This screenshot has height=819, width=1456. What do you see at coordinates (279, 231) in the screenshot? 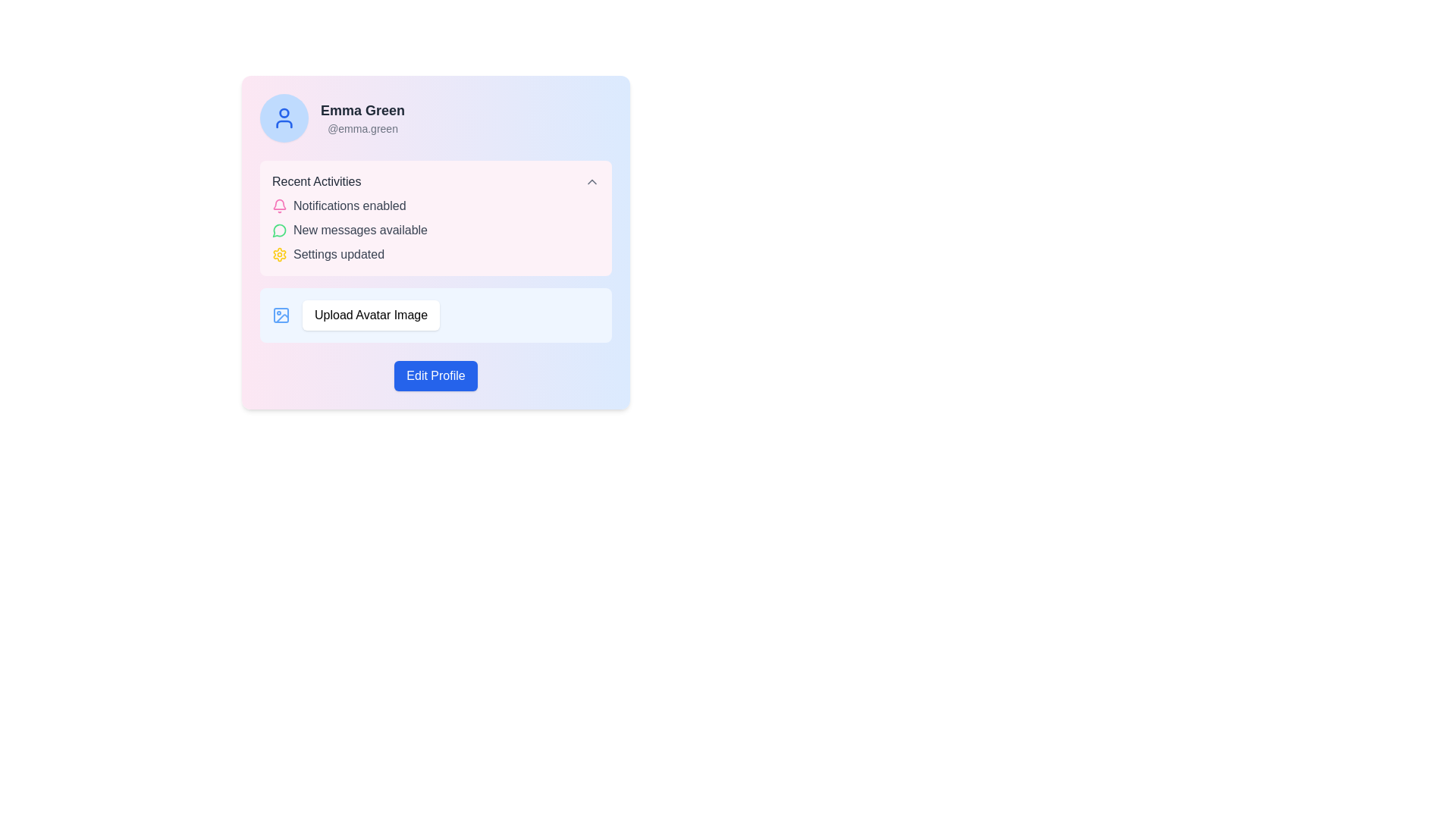
I see `the icon that indicates the presence of new messages or notifications, located in the 'Recent Activities' section, adjacent to 'New messages available'` at bounding box center [279, 231].